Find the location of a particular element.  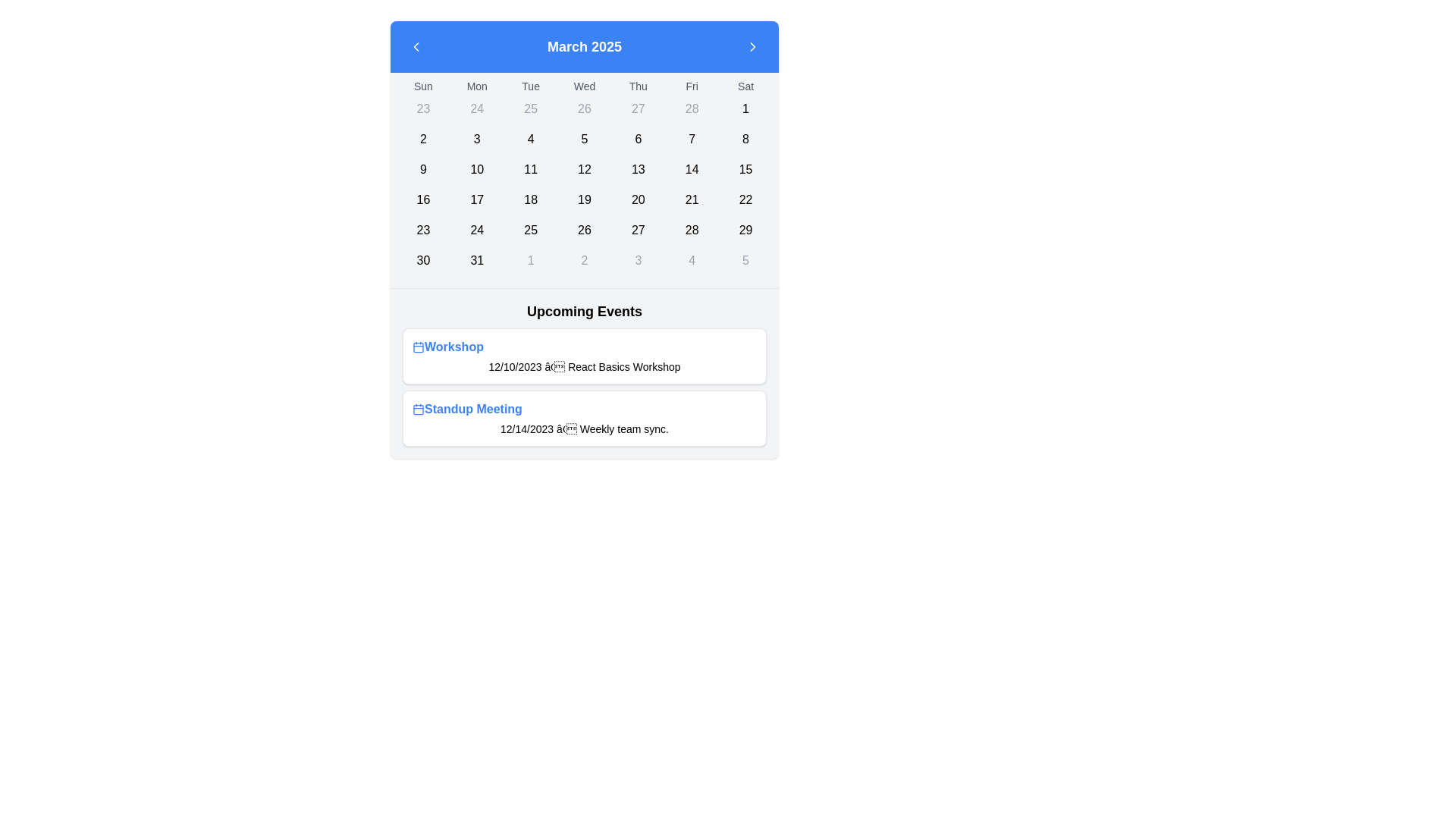

the calendar event icon located to the left of the 'Workshop' text, which serves as a visual indicator for the event is located at coordinates (419, 347).